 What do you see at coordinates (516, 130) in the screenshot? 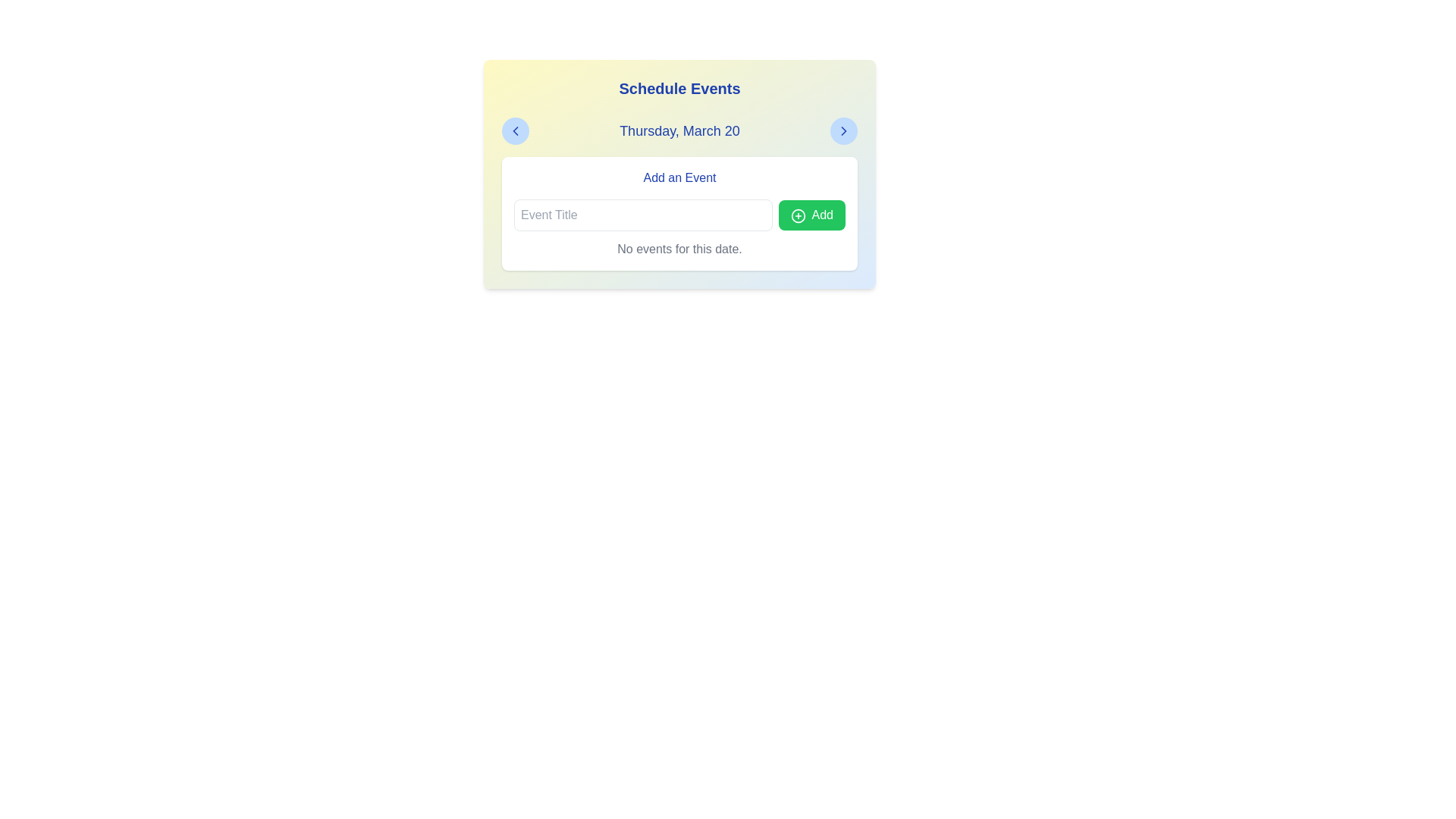
I see `the chevron icon within a circle located on the left side of the title bar` at bounding box center [516, 130].